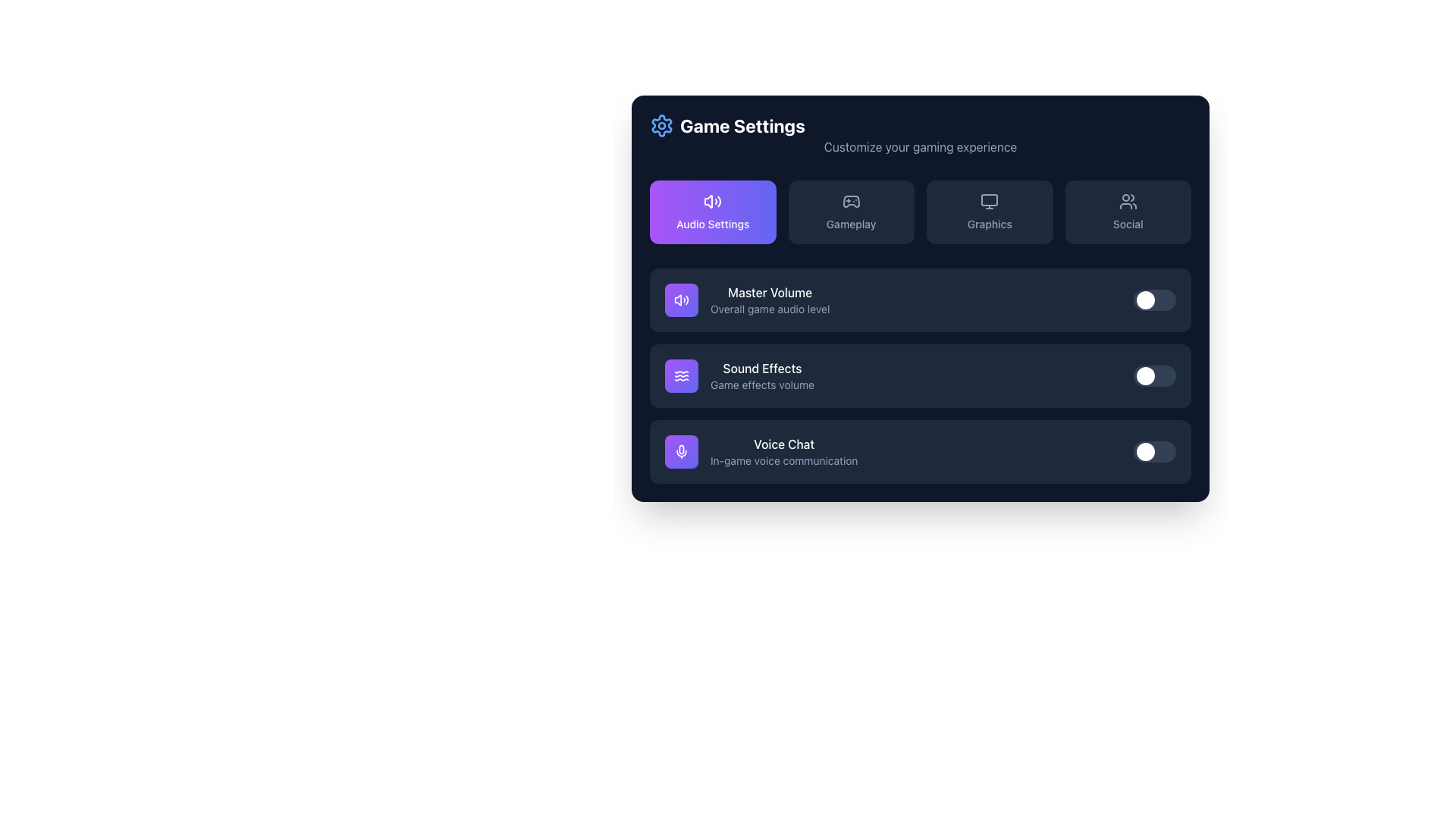 The image size is (1456, 819). What do you see at coordinates (762, 375) in the screenshot?
I see `the 'Sound Effects' text display element, which provides context for the game effects volume in the audio settings` at bounding box center [762, 375].